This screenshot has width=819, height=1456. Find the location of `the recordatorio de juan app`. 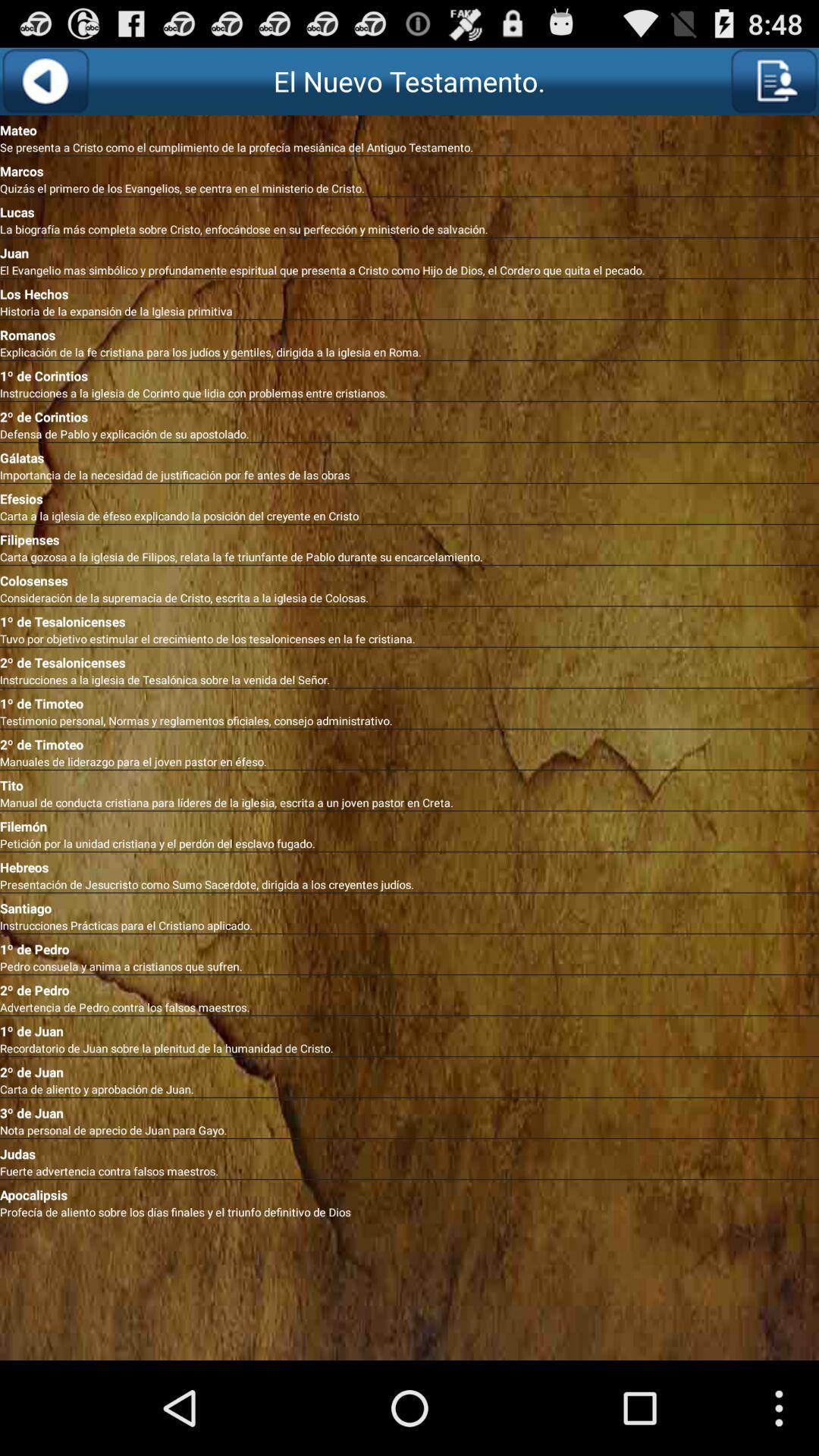

the recordatorio de juan app is located at coordinates (409, 1047).